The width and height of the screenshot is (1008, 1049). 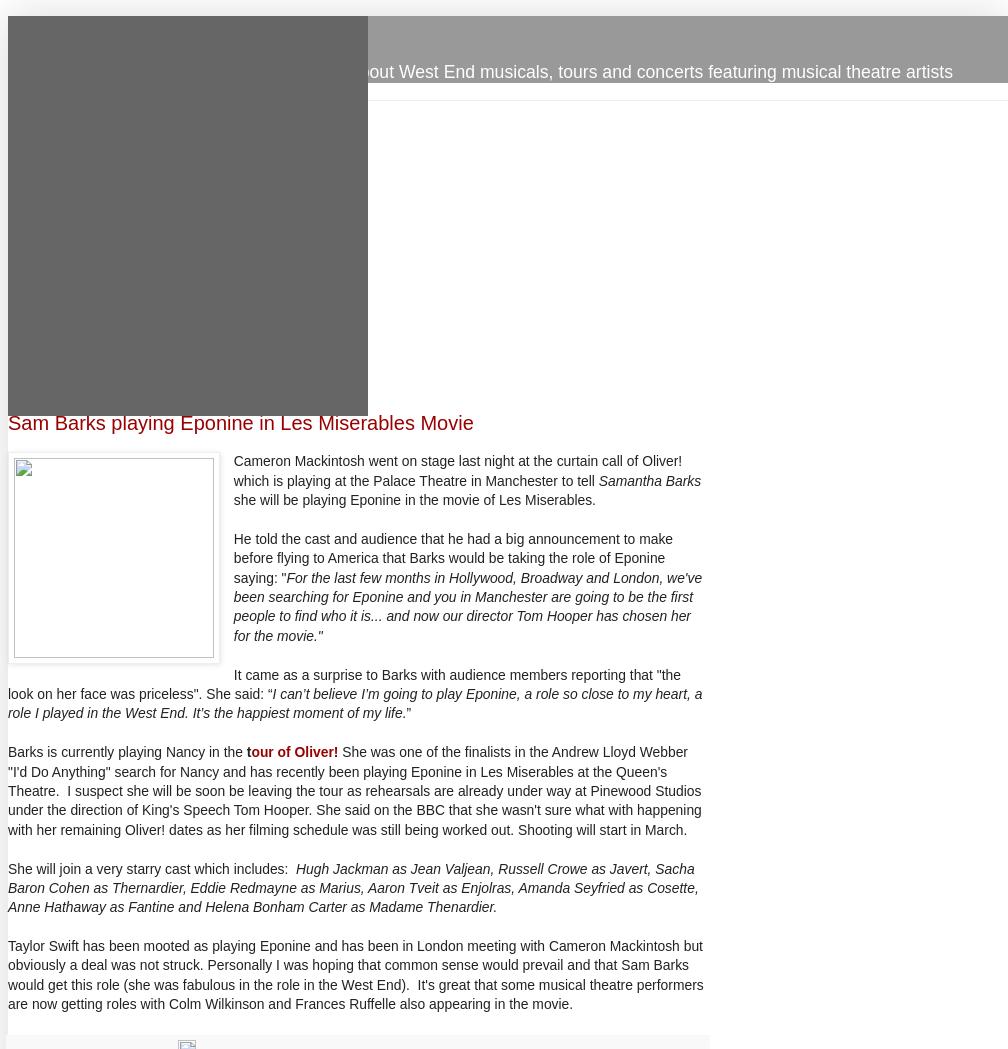 What do you see at coordinates (294, 751) in the screenshot?
I see `'our of Oliver!'` at bounding box center [294, 751].